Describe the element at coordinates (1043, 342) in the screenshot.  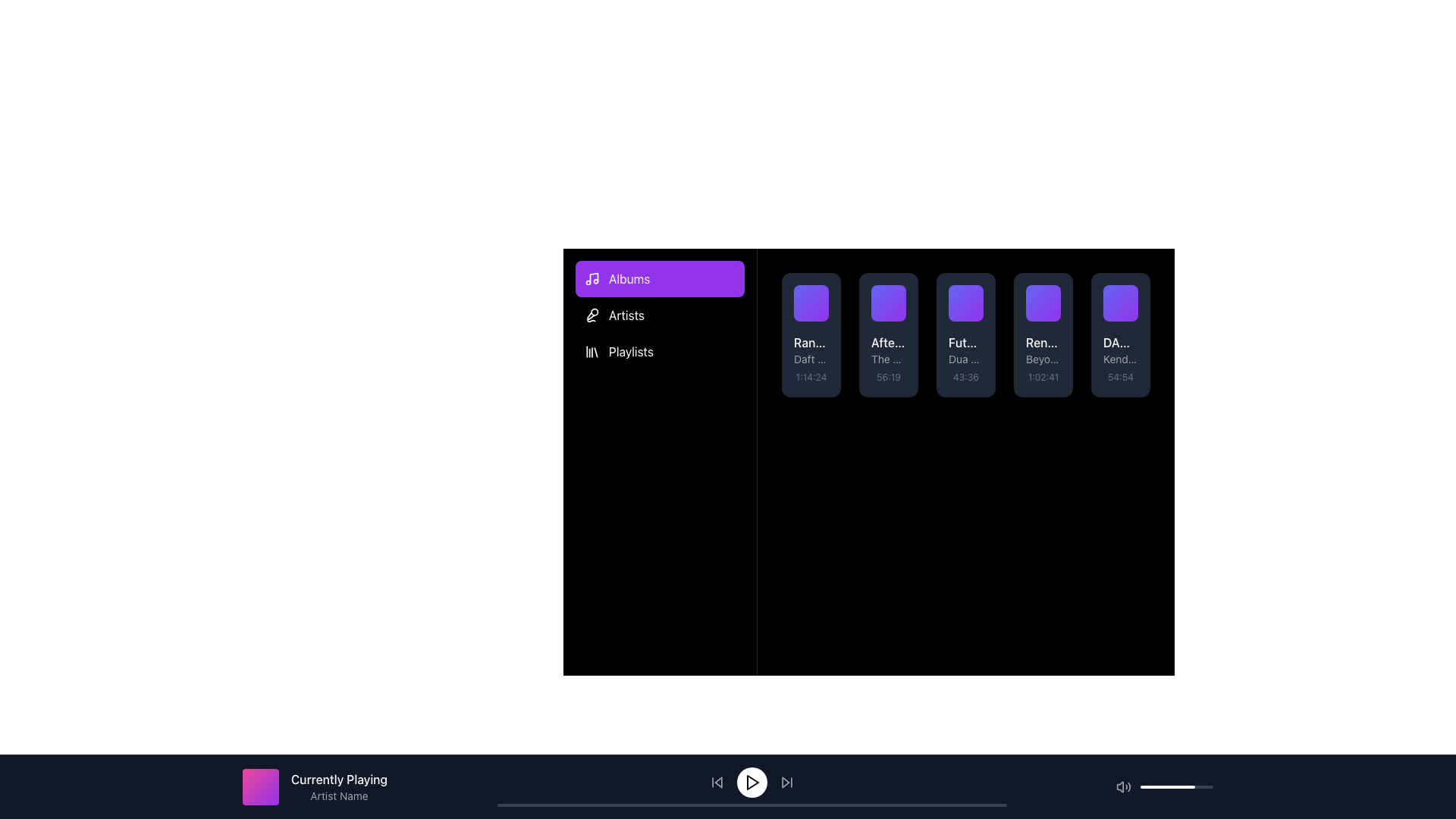
I see `text content of the label displaying 'Renaissance', which is styled in white font and positioned within a card layout above the text 'Beyoncé'` at that location.